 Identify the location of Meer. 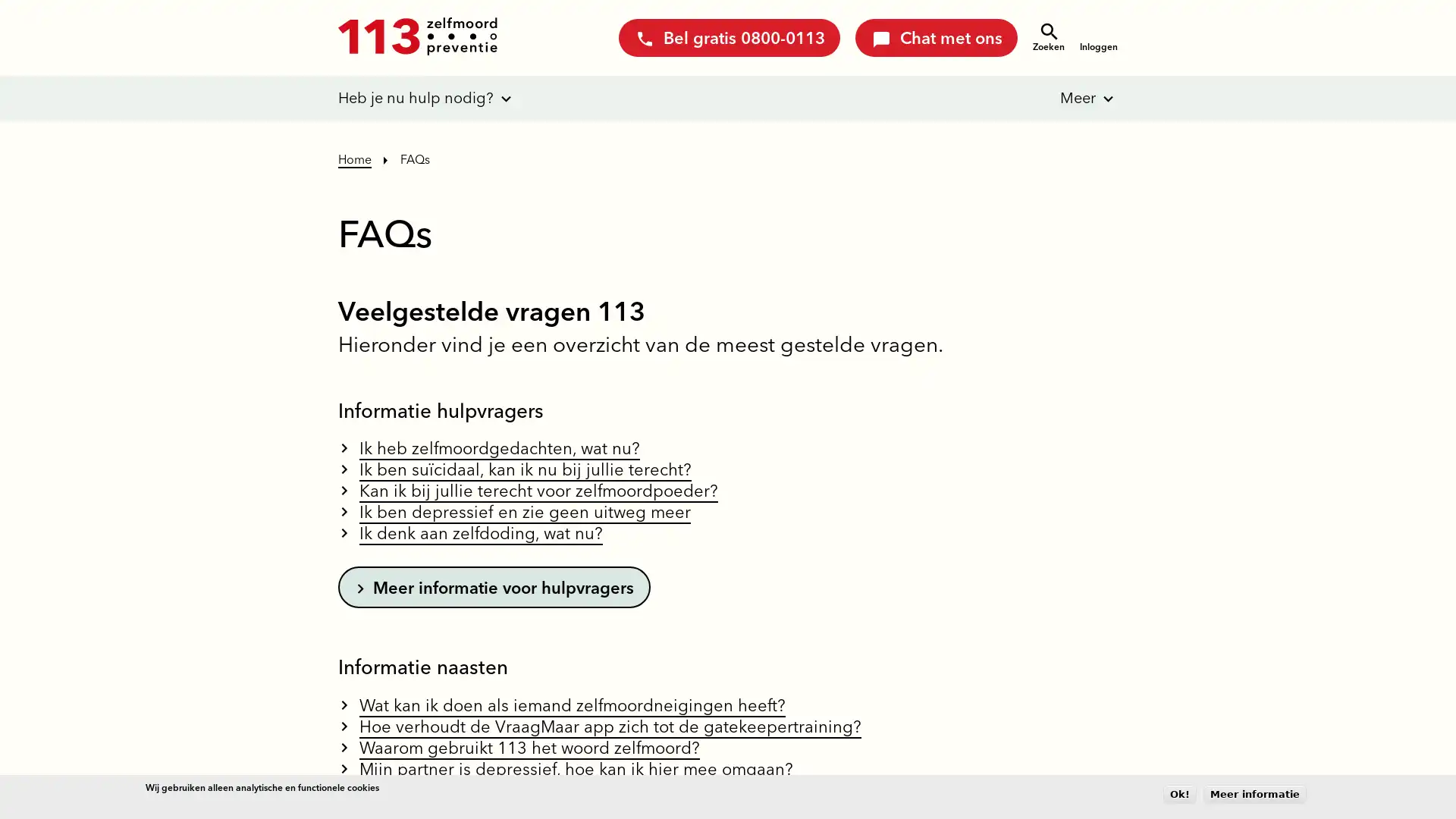
(1066, 99).